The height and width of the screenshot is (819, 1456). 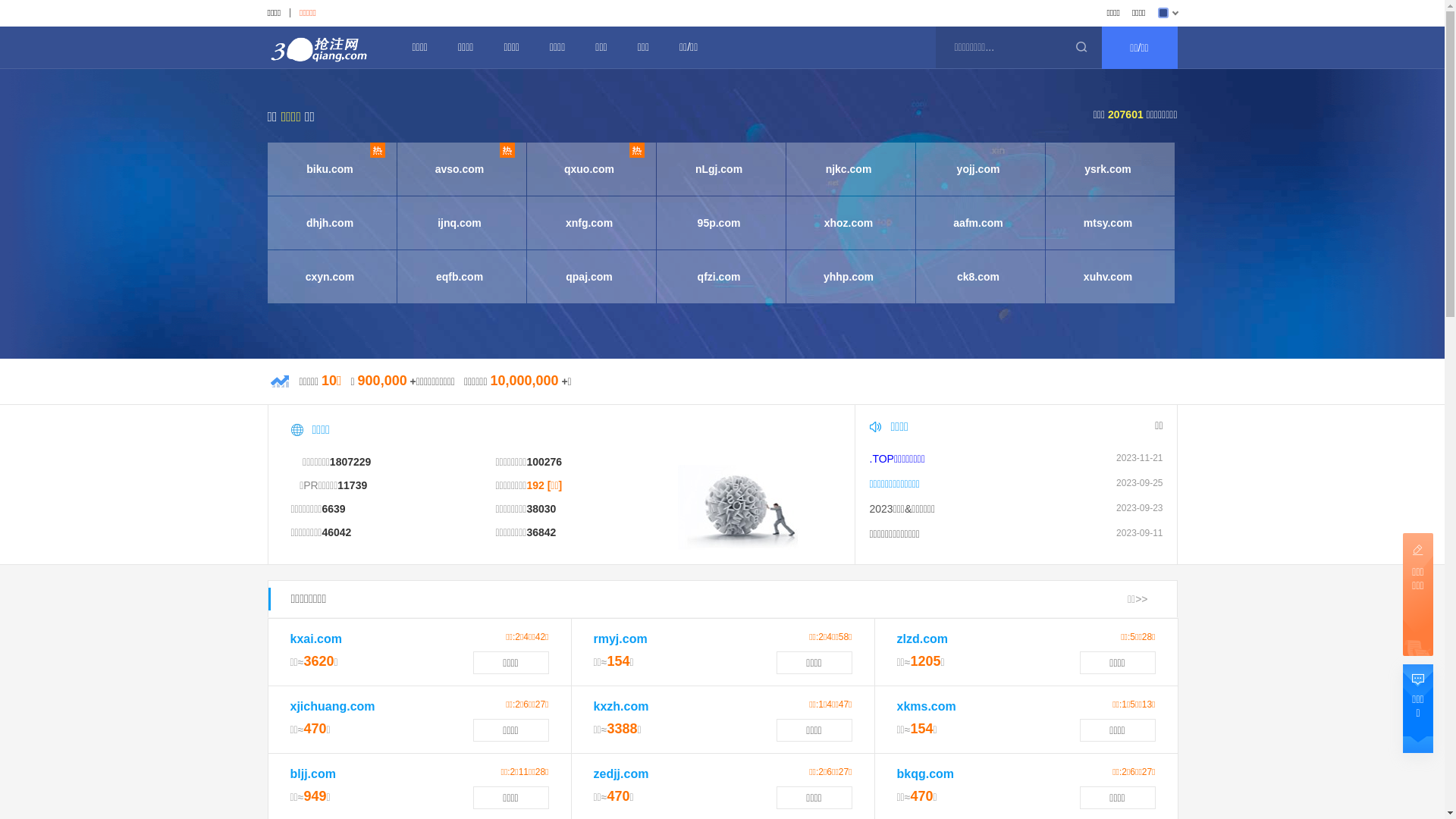 I want to click on 'xuhv.com', so click(x=1051, y=277).